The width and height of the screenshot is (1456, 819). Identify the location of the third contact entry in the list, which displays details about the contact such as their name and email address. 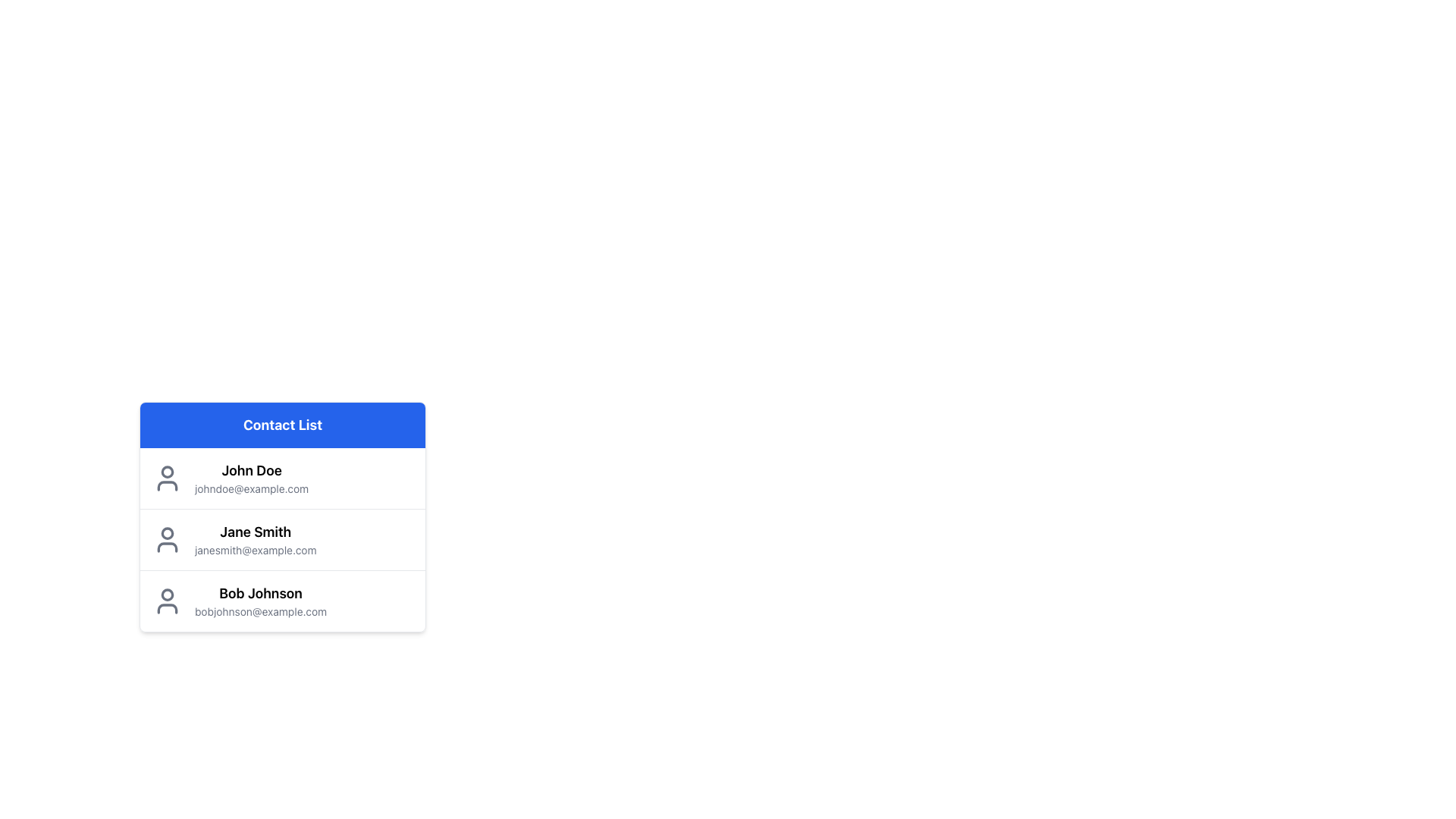
(283, 600).